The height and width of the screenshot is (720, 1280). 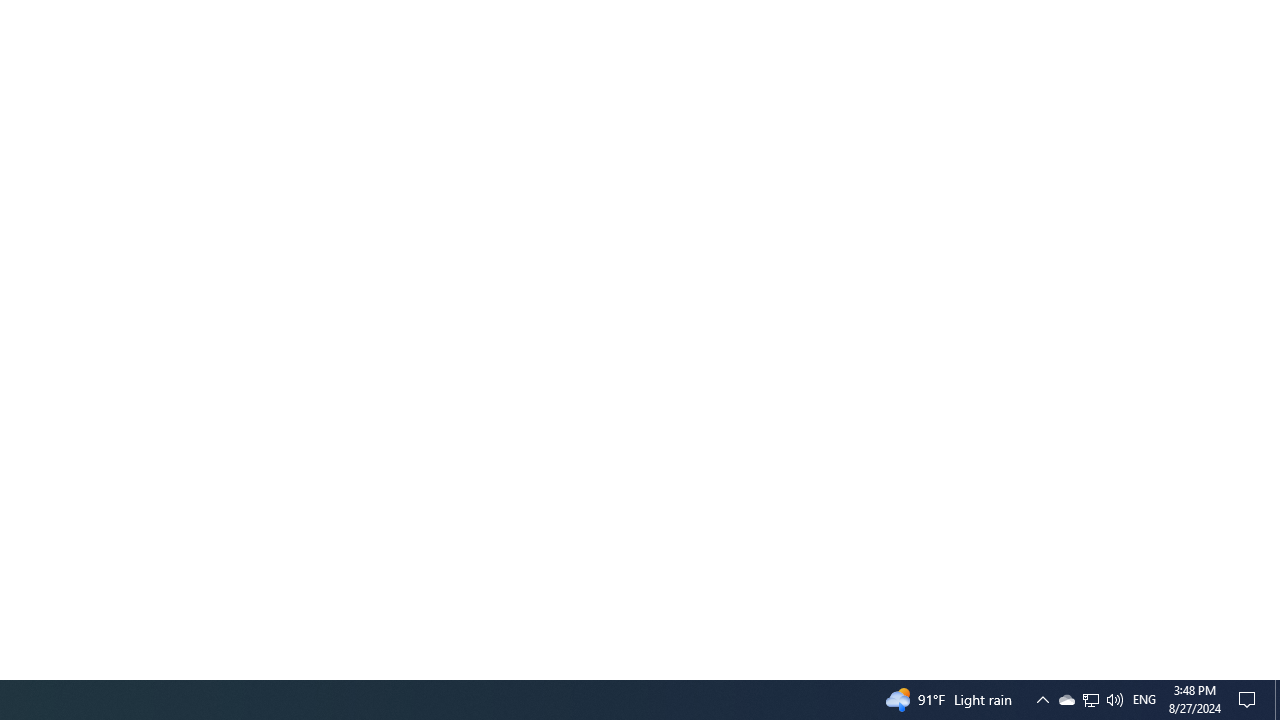 What do you see at coordinates (1144, 698) in the screenshot?
I see `'Tray Input Indicator - English (United States)'` at bounding box center [1144, 698].